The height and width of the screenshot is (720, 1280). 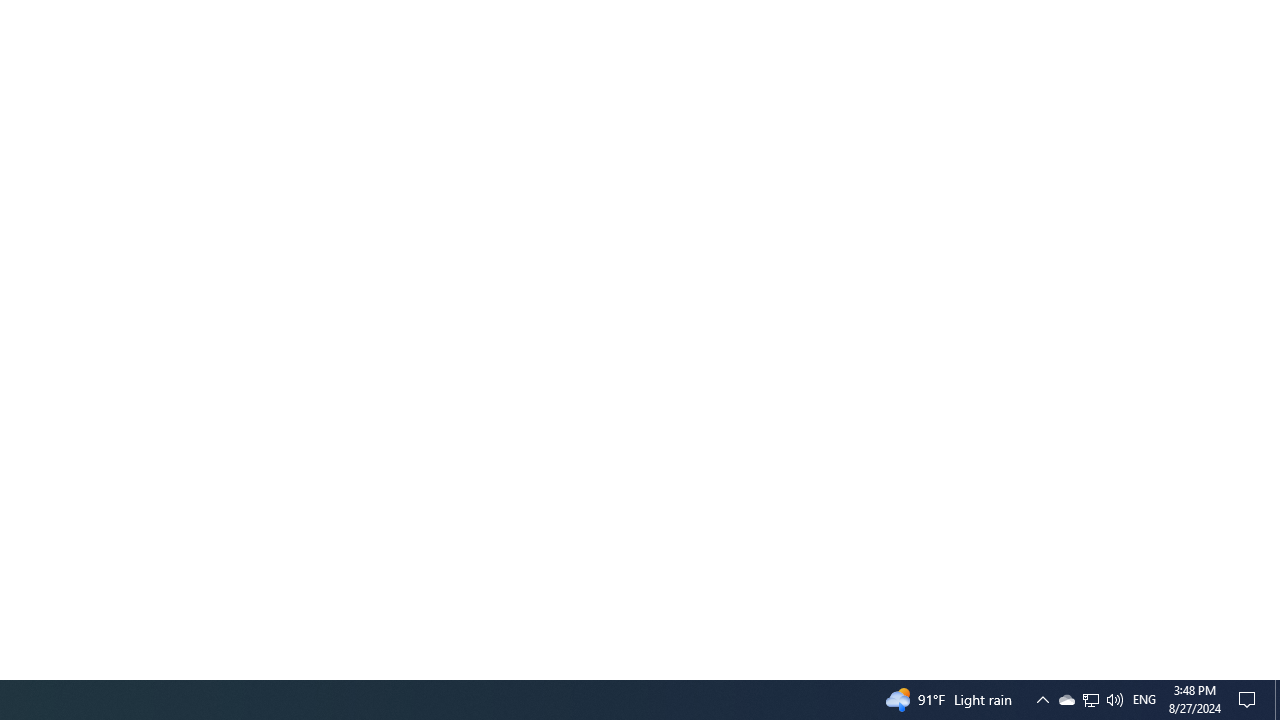 What do you see at coordinates (1144, 698) in the screenshot?
I see `'Tray Input Indicator - English (United States)'` at bounding box center [1144, 698].